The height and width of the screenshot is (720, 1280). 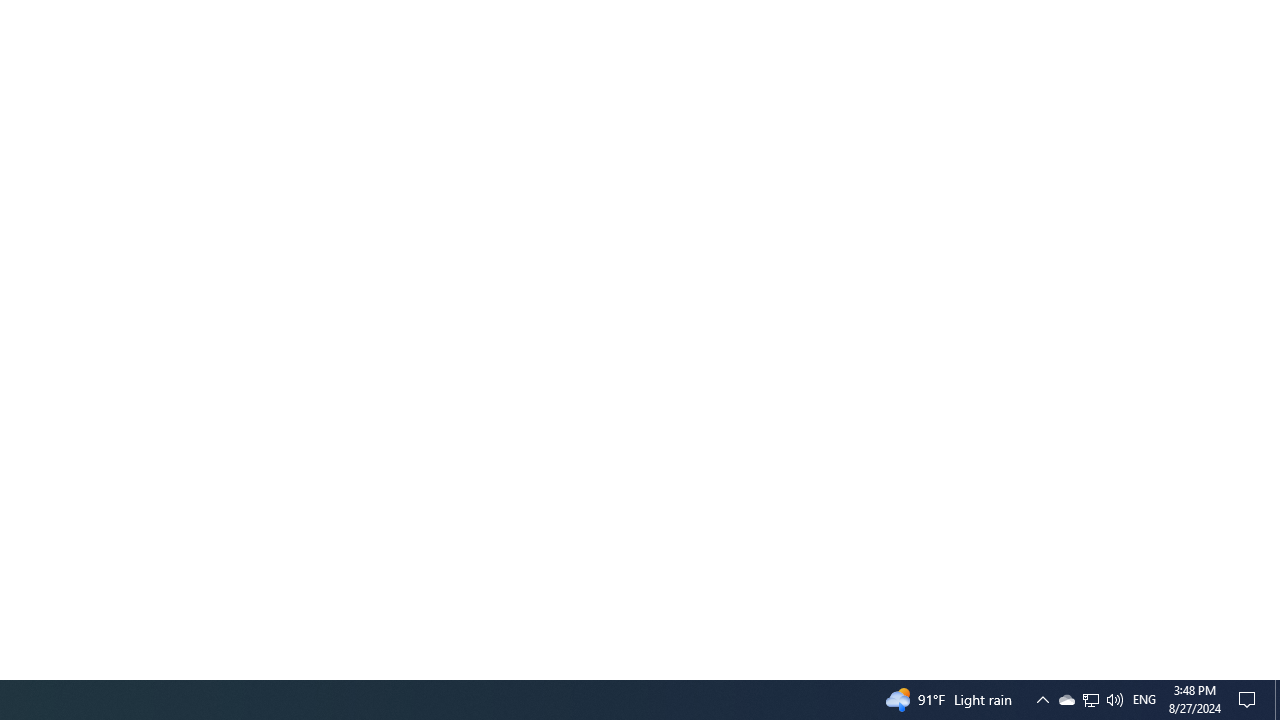 What do you see at coordinates (1144, 698) in the screenshot?
I see `'Tray Input Indicator - English (United States)'` at bounding box center [1144, 698].